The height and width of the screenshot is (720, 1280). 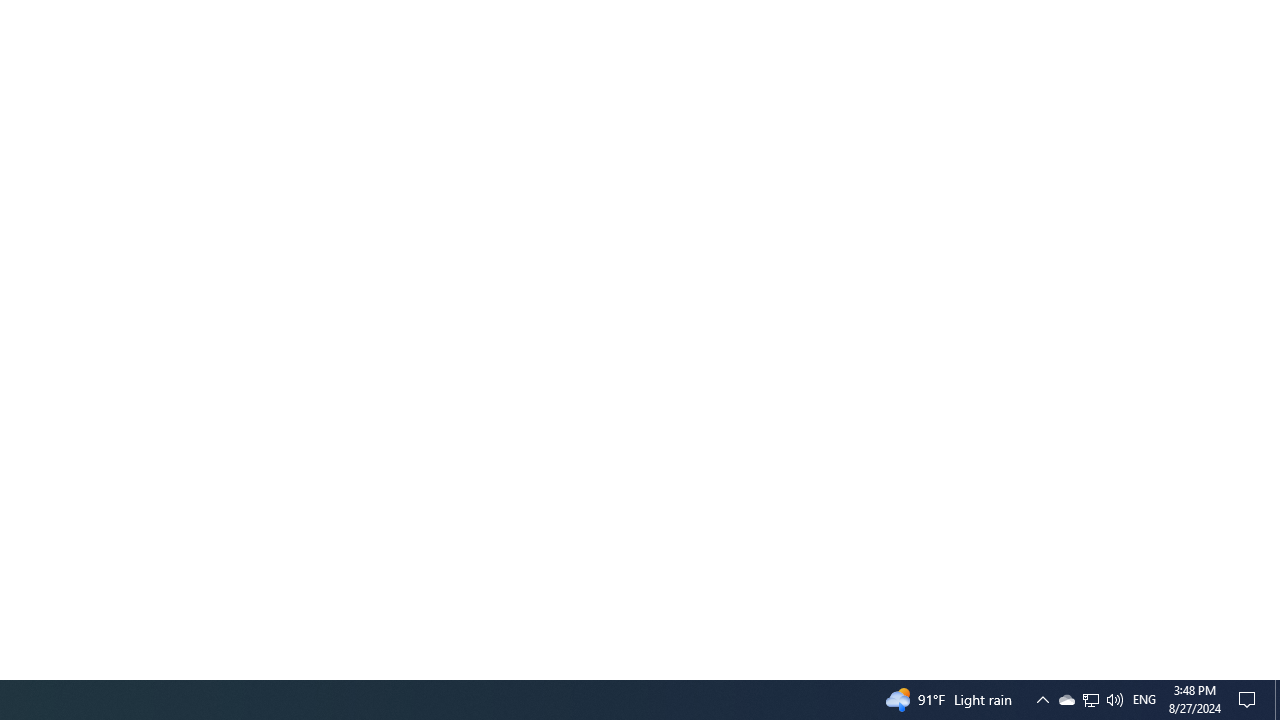 What do you see at coordinates (1144, 698) in the screenshot?
I see `'Tray Input Indicator - English (United States)'` at bounding box center [1144, 698].